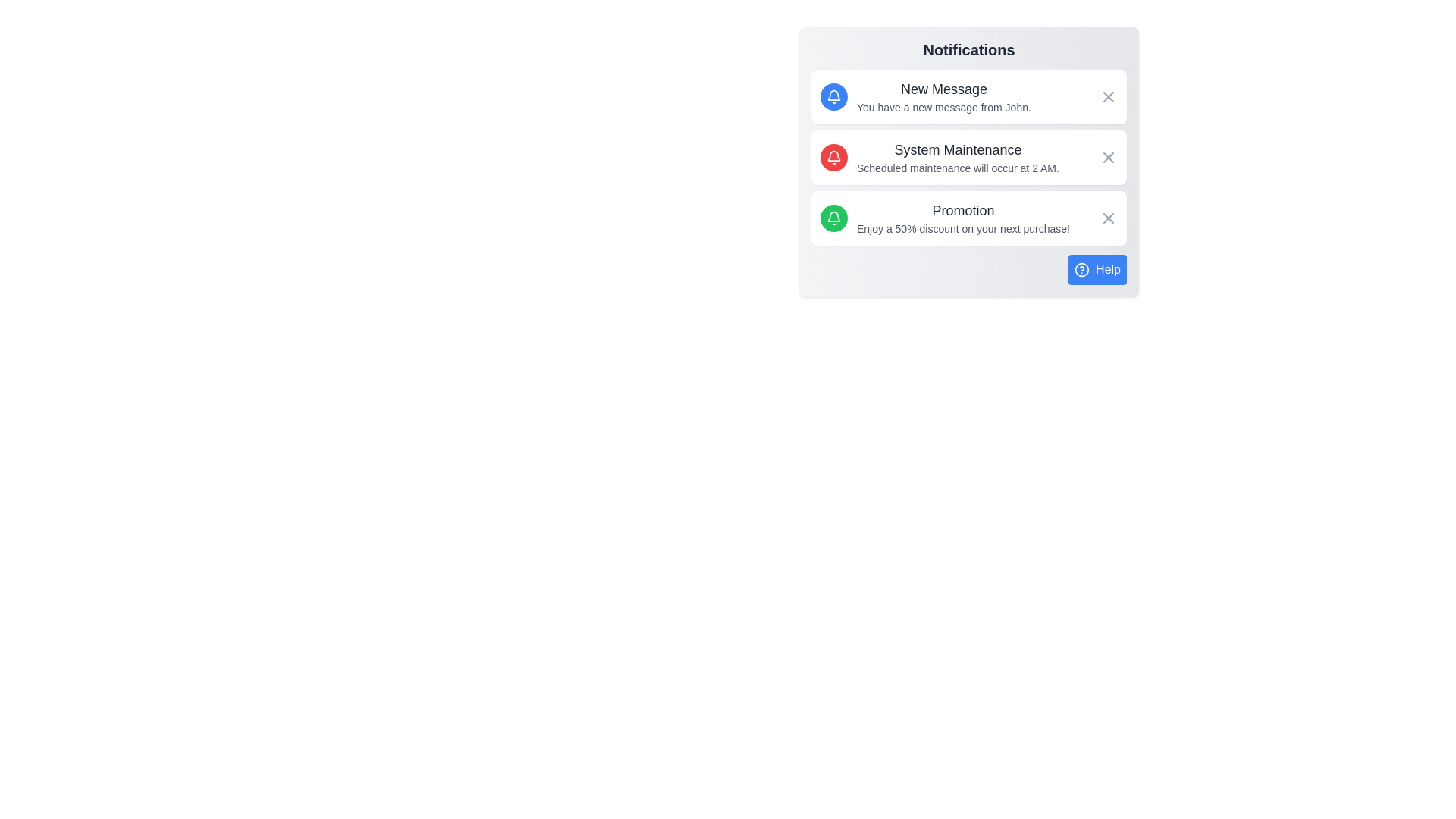  Describe the element at coordinates (833, 218) in the screenshot. I see `the green circular badge with a white bell icon located at the left side of the 'Promotion' notification card, which is vertically aligned with the text 'Enjoy a 50% discount on your next purchase!'` at that location.